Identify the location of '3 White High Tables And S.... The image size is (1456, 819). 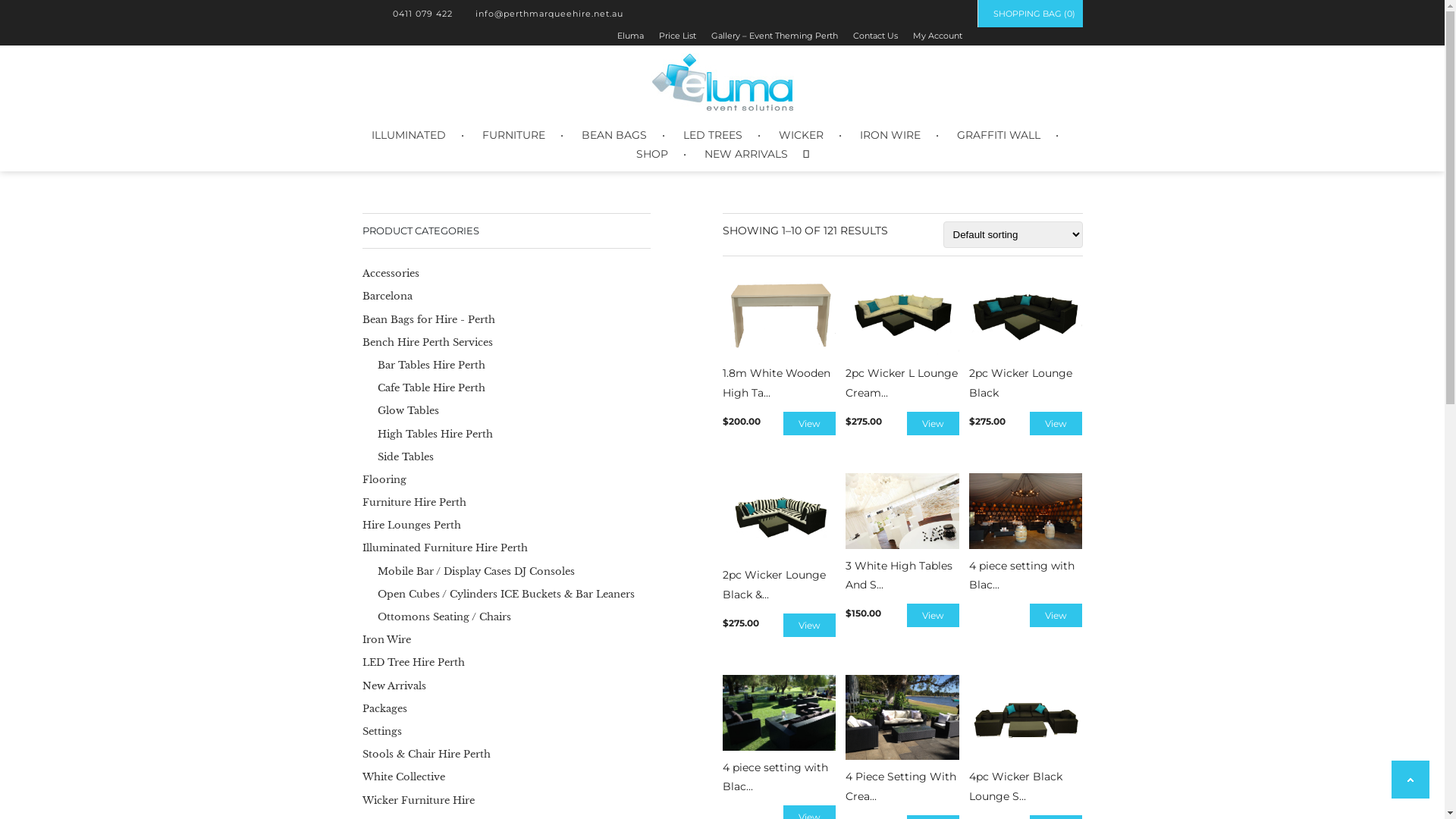
(902, 533).